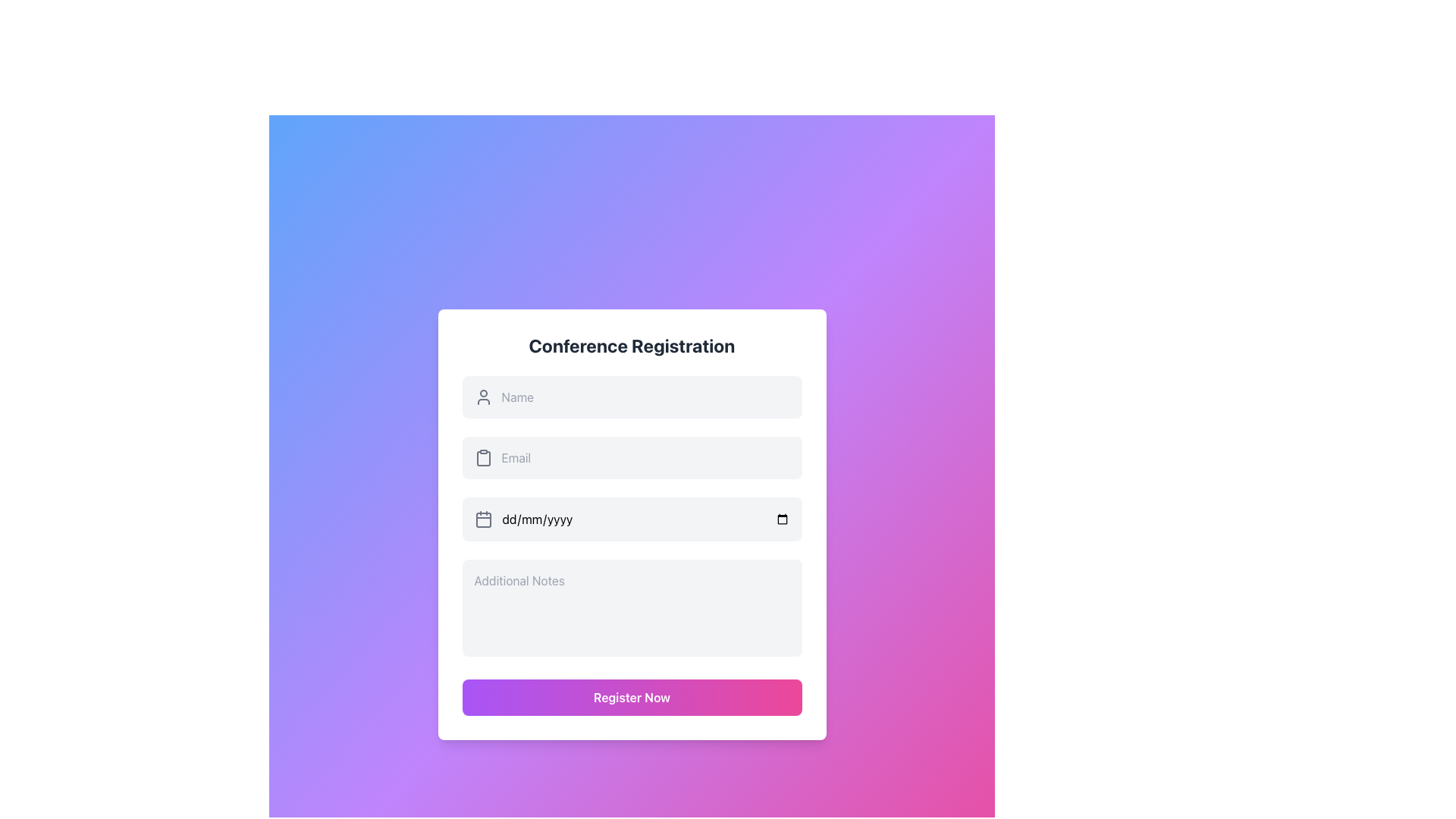 The width and height of the screenshot is (1456, 819). Describe the element at coordinates (482, 519) in the screenshot. I see `the calendar icon that is visually represented with a square outline containing a grid-like structure, located to the left of a date input field in the registration form` at that location.